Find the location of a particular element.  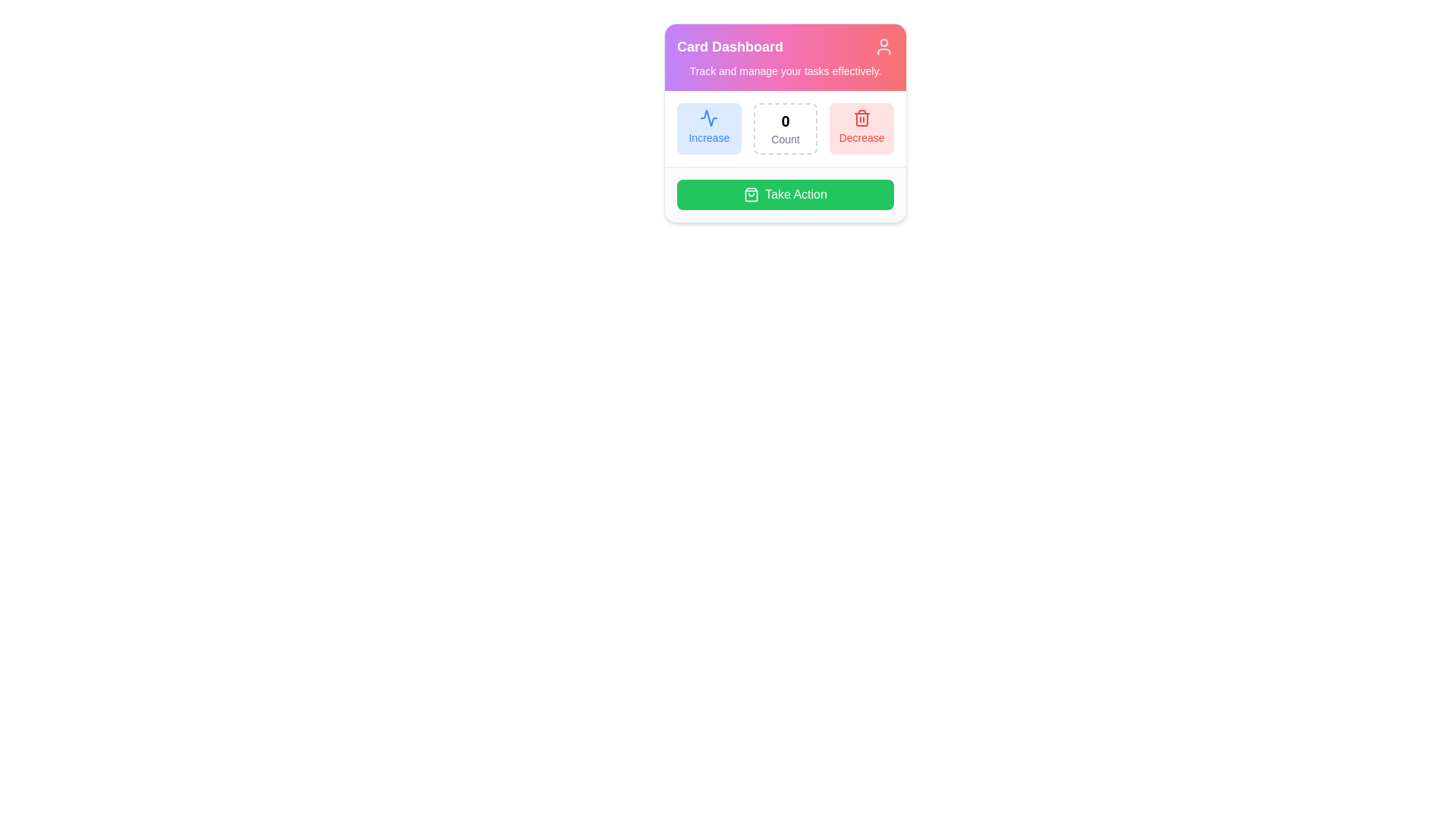

the user profile icon located at the top-right corner of the card interface is located at coordinates (884, 45).